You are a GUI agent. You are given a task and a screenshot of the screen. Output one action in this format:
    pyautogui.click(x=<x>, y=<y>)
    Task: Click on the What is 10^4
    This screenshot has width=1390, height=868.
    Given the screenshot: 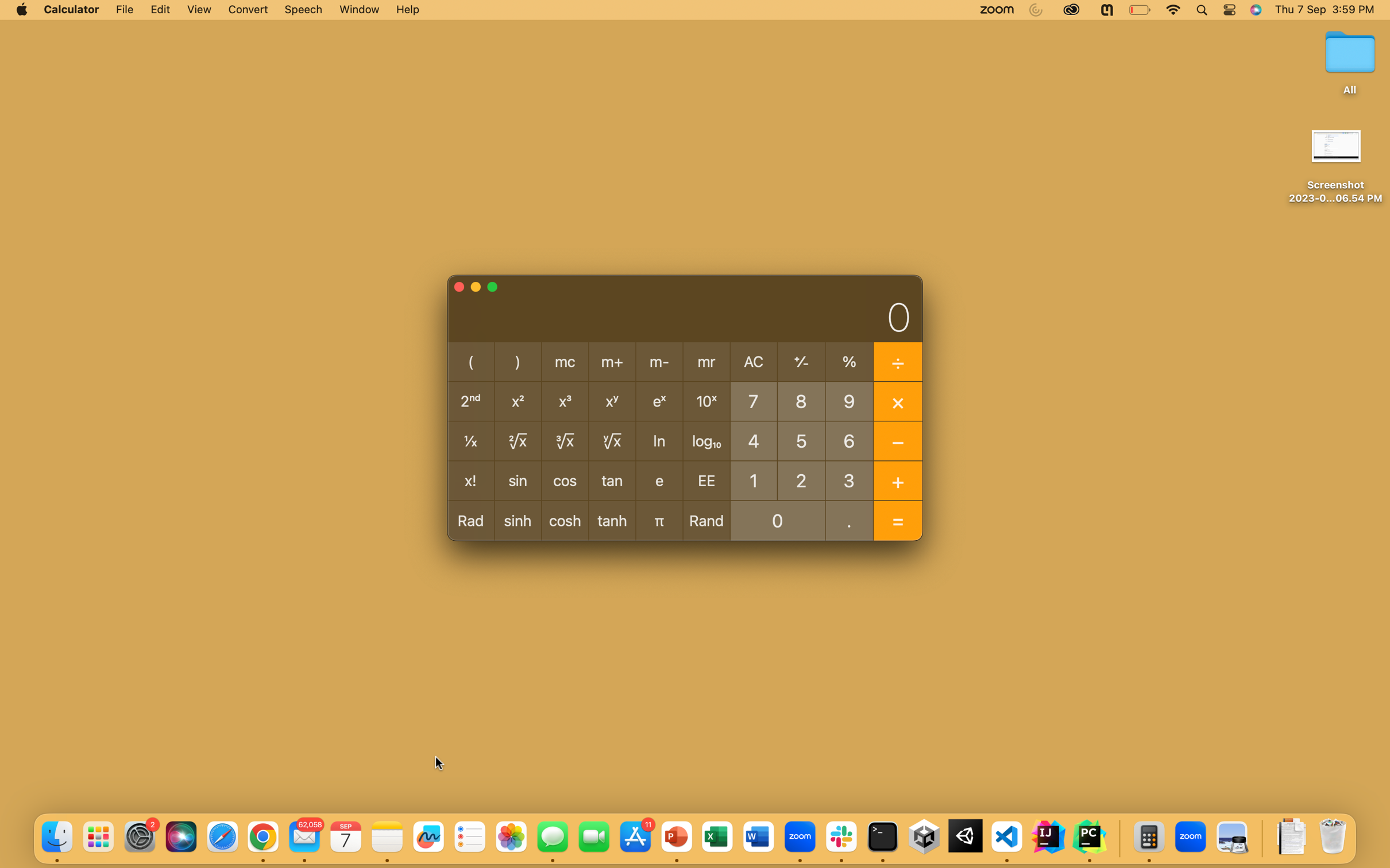 What is the action you would take?
    pyautogui.click(x=752, y=440)
    